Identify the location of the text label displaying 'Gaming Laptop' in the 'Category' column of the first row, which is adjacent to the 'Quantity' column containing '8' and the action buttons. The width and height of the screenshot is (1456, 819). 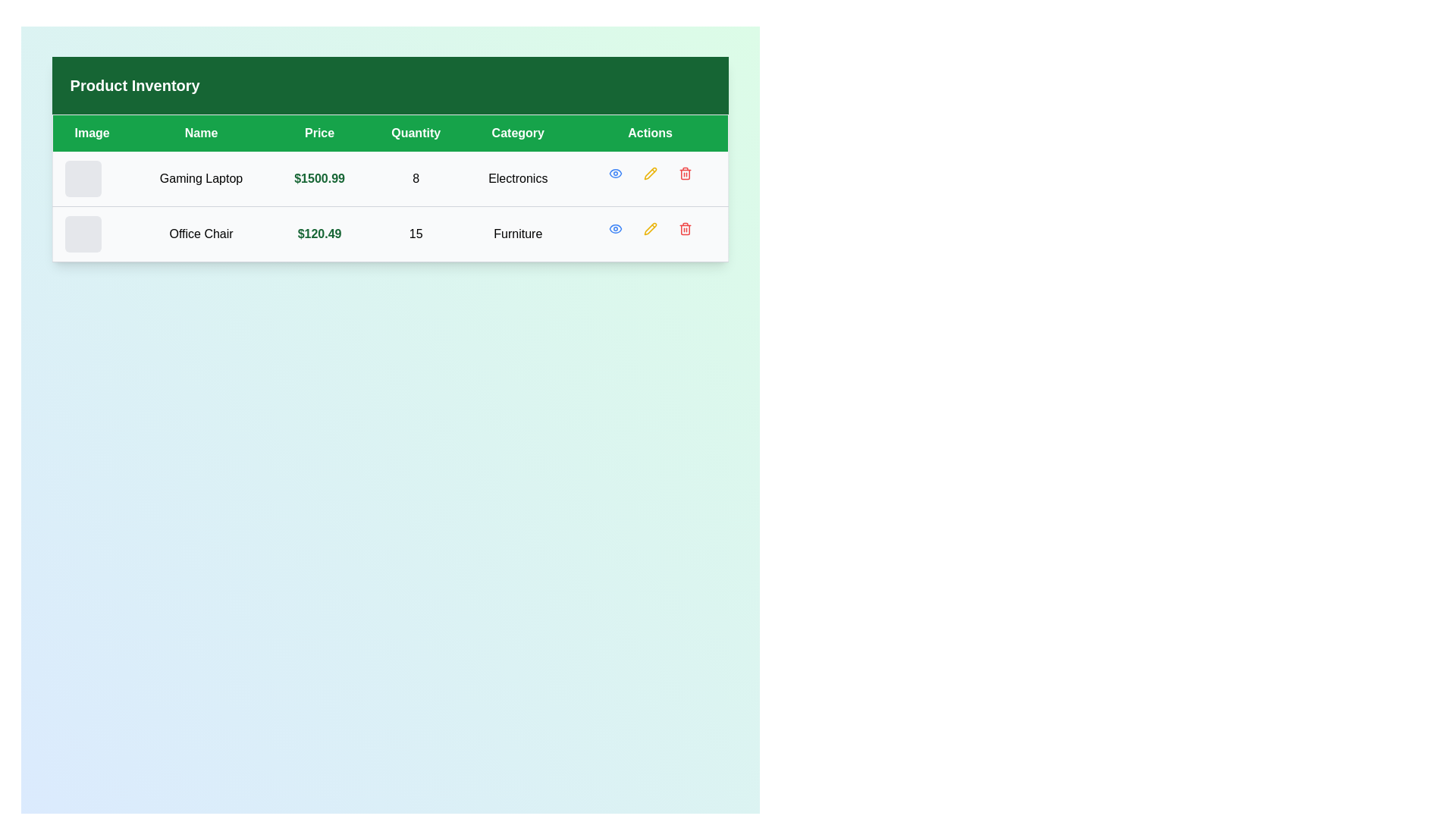
(518, 178).